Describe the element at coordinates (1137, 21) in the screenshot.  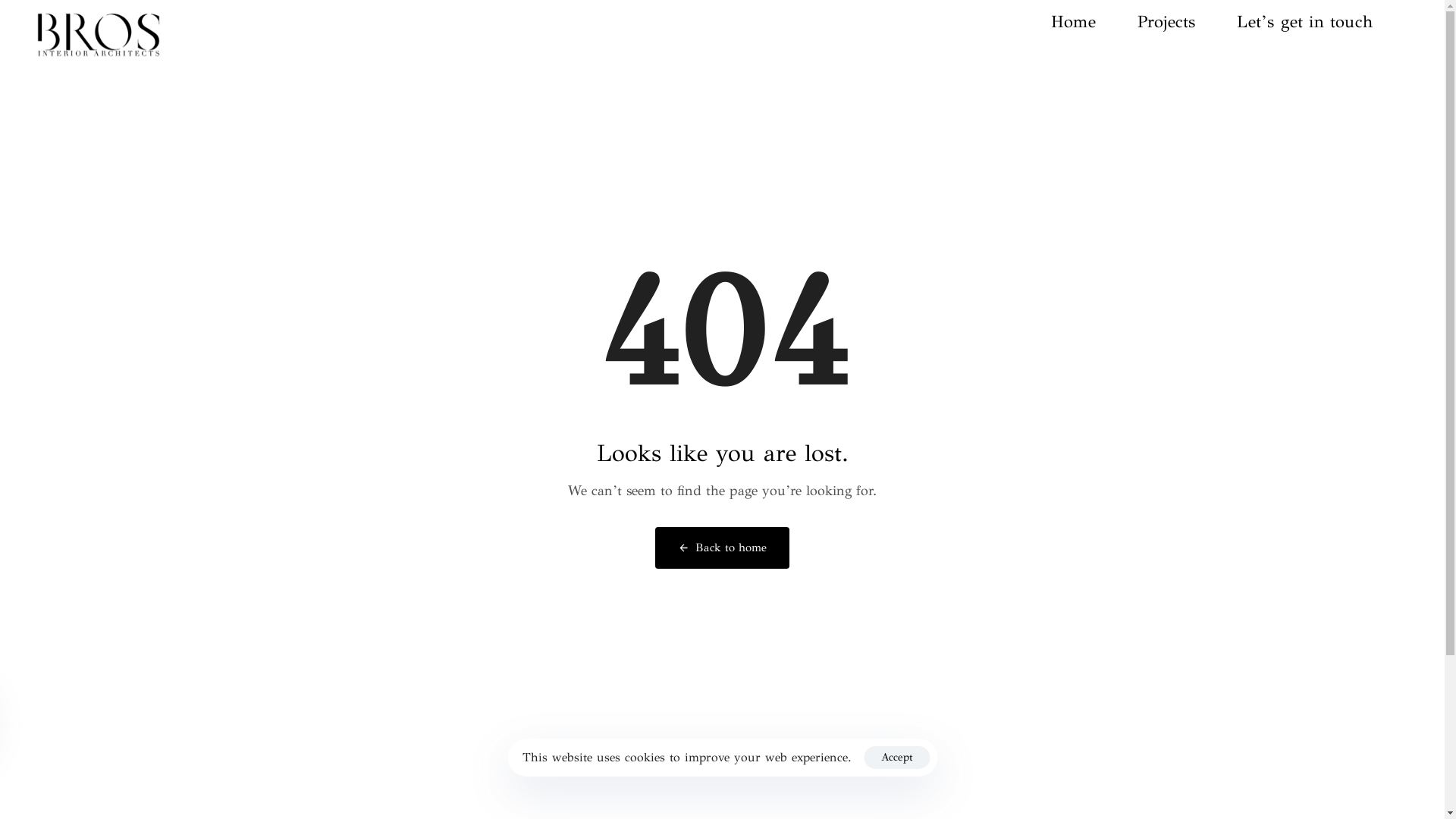
I see `'Projects'` at that location.